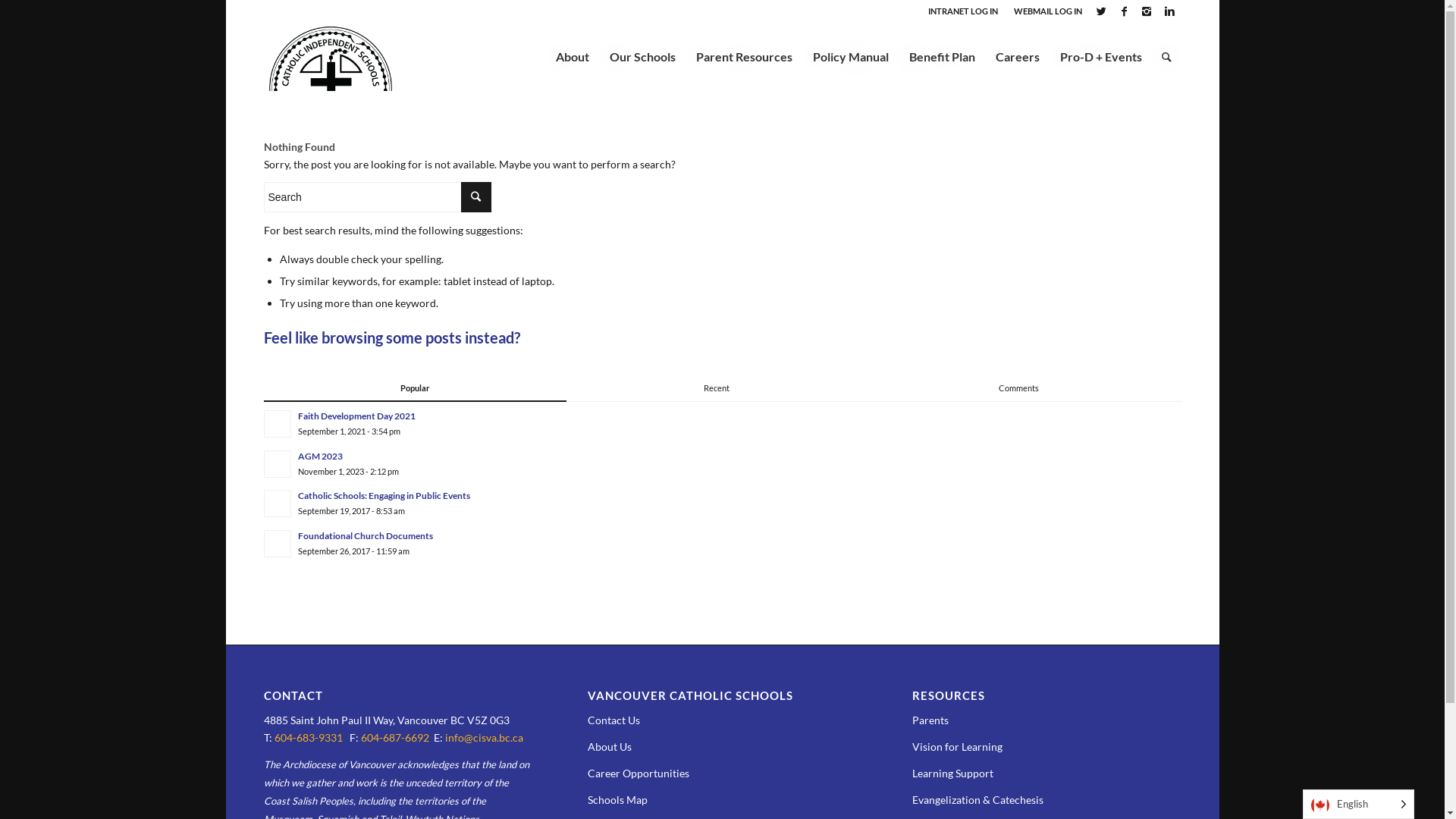 The height and width of the screenshot is (819, 1456). What do you see at coordinates (1147, 11) in the screenshot?
I see `'Instagram'` at bounding box center [1147, 11].